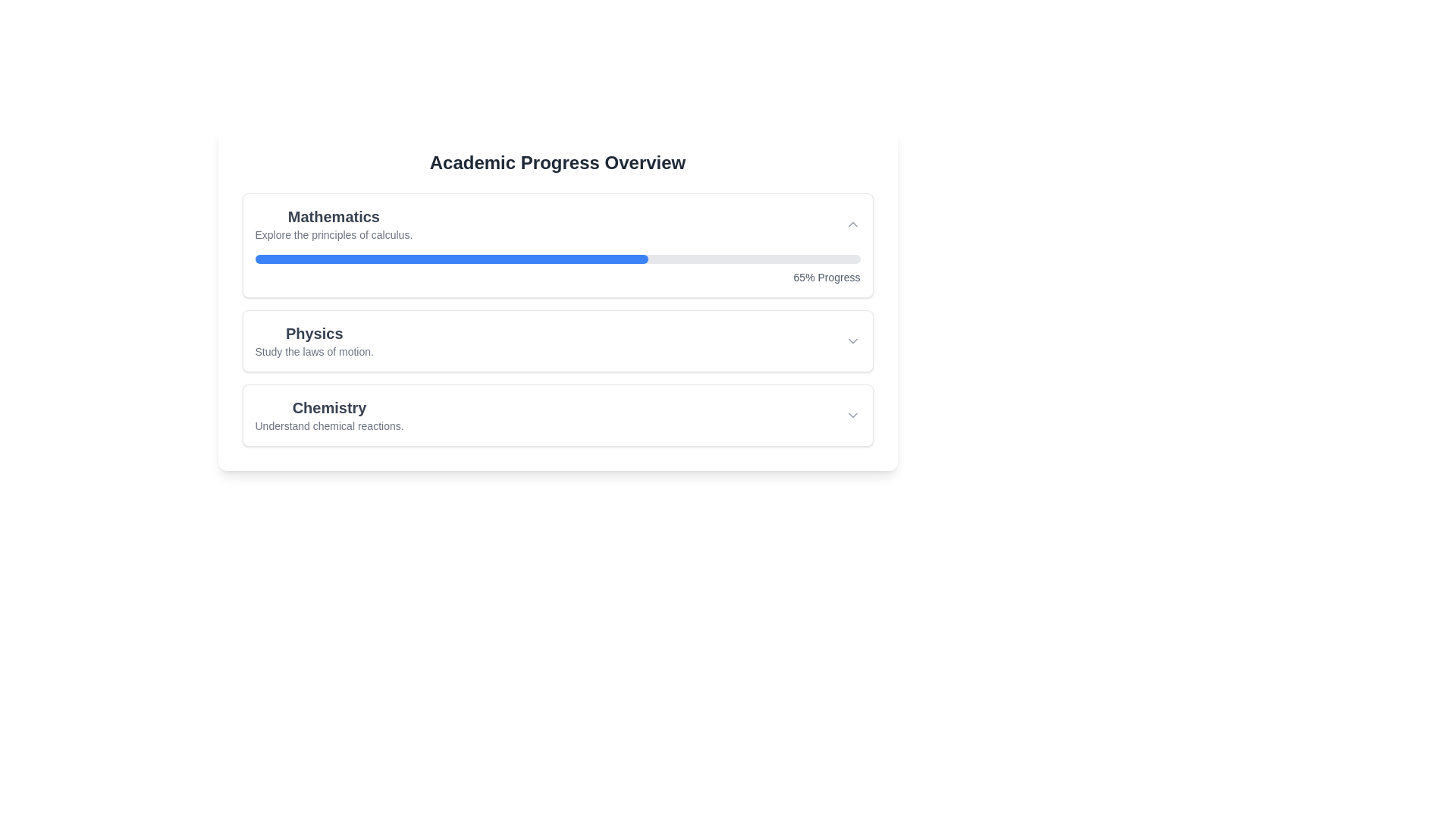  What do you see at coordinates (328, 406) in the screenshot?
I see `the text label or heading identifying the content related to 'Chemistry', which is the primary heading of the third section in a vertical list of labeled content areas` at bounding box center [328, 406].